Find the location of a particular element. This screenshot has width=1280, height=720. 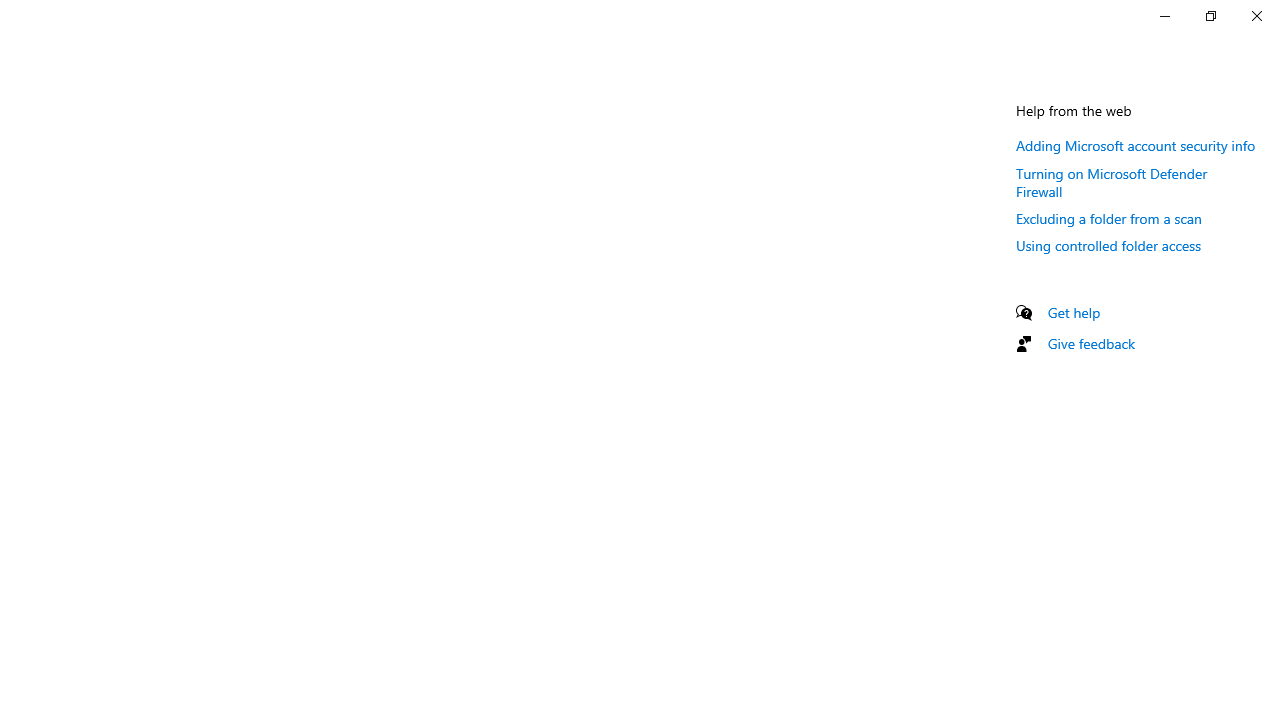

'Adding Microsoft account security info' is located at coordinates (1136, 144).